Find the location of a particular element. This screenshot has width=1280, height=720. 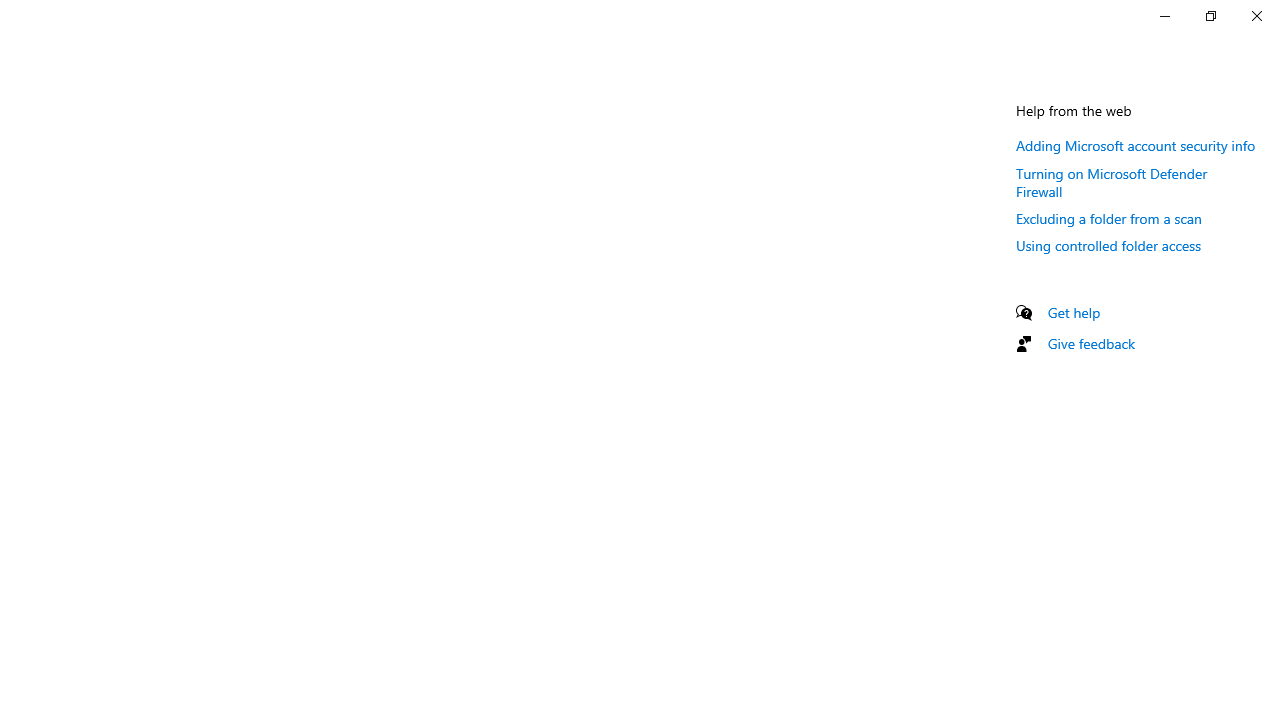

'Adding Microsoft account security info' is located at coordinates (1136, 144).